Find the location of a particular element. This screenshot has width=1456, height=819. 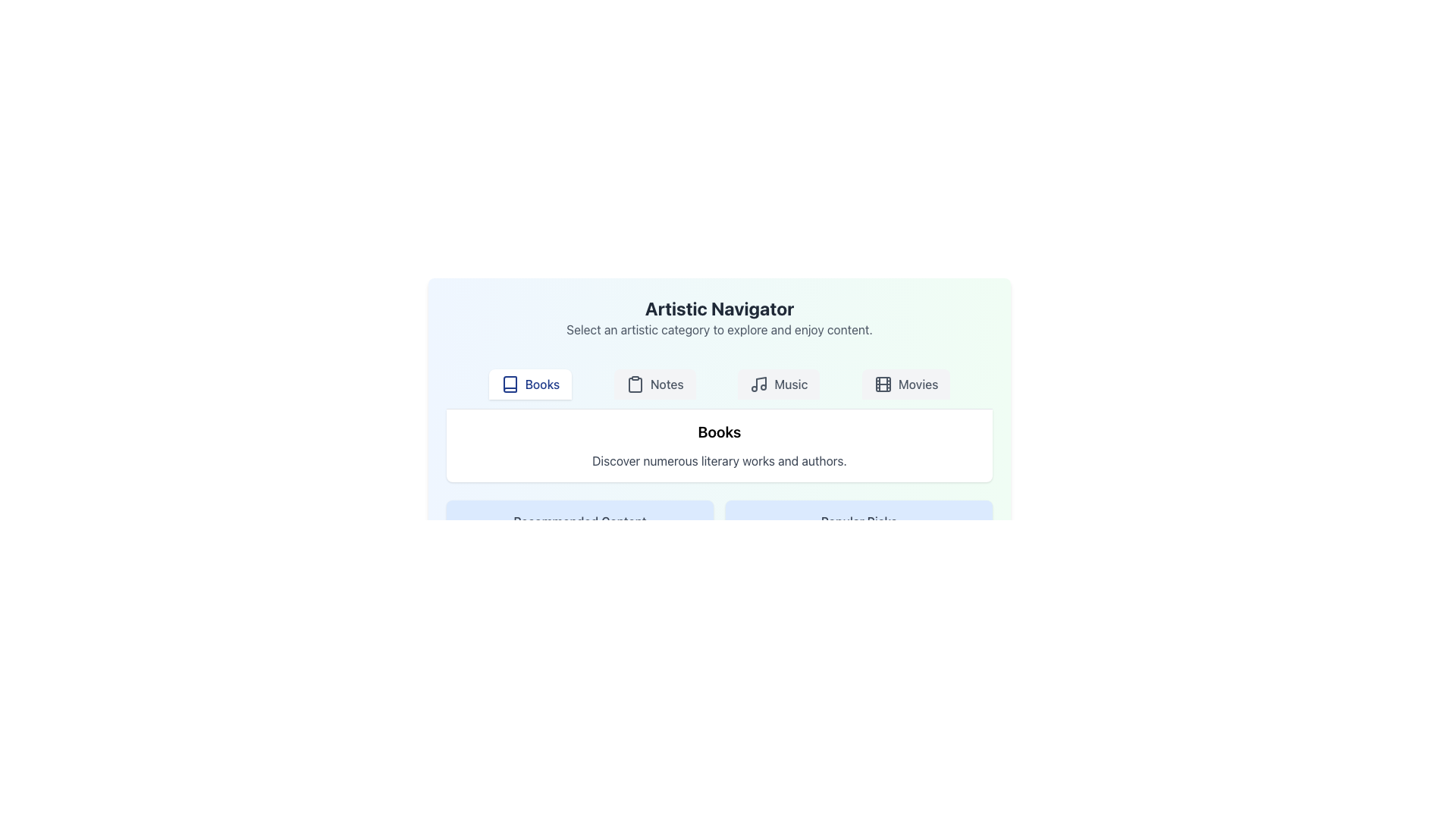

the 'Movies' button, which has a film roll icon and is styled with a soft background is located at coordinates (906, 383).